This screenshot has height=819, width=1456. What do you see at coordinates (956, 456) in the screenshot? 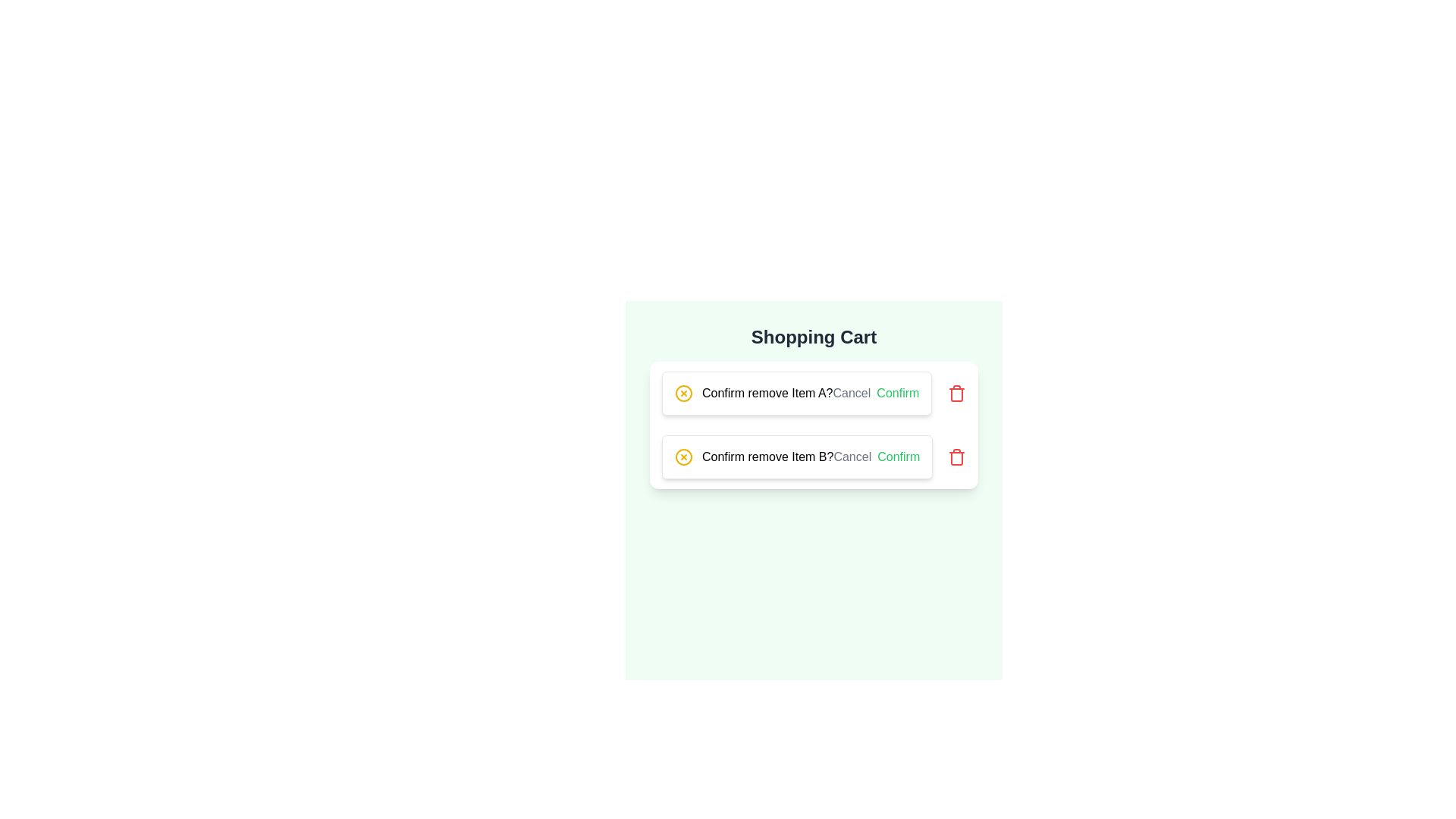
I see `the icon button for removing 'Item B' from the shopping cart` at bounding box center [956, 456].